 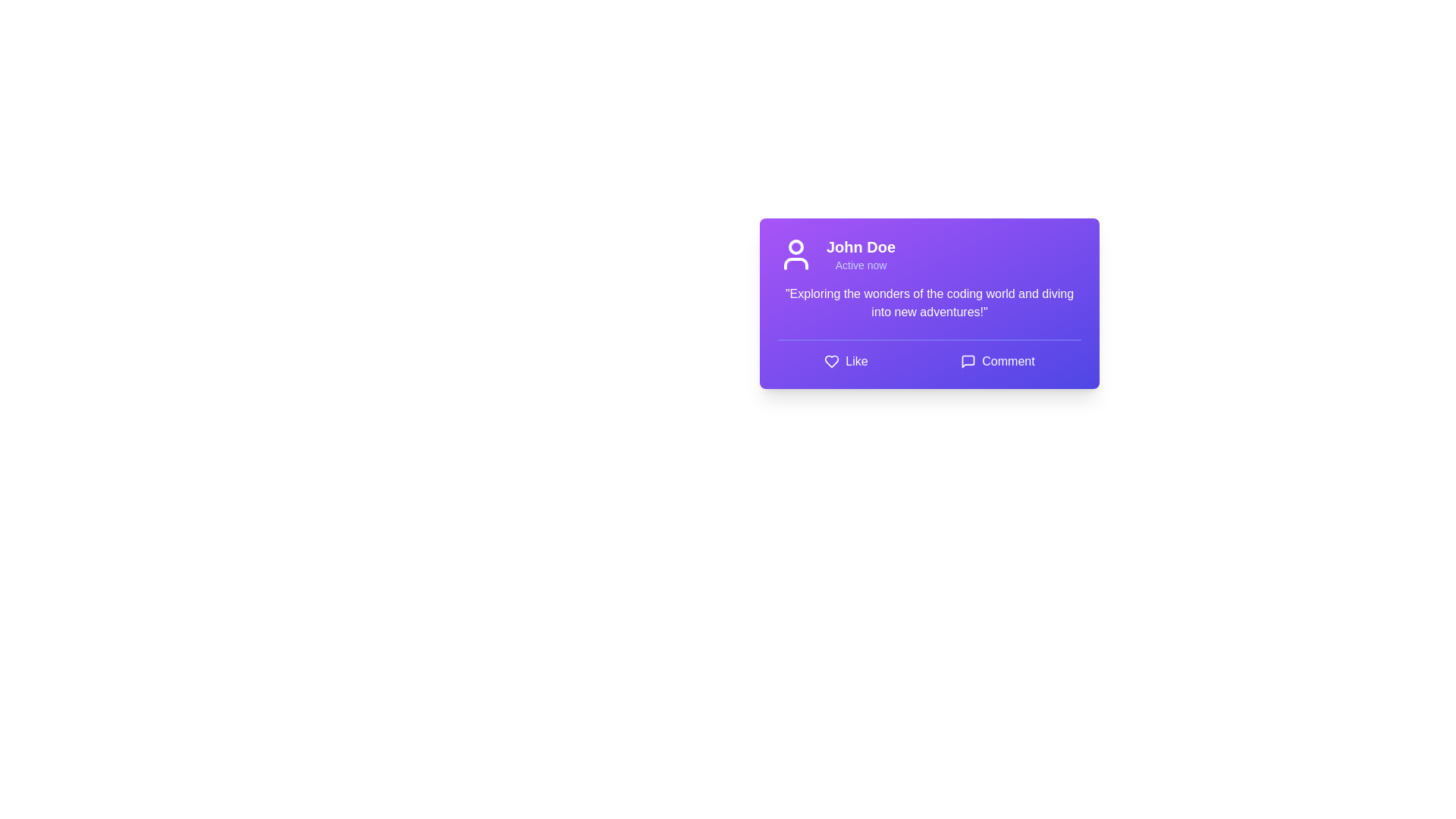 I want to click on the user icon representing a generic person, which is located at the top-left corner of a card layout, next to the text 'John Doe' and 'Active now', so click(x=795, y=253).